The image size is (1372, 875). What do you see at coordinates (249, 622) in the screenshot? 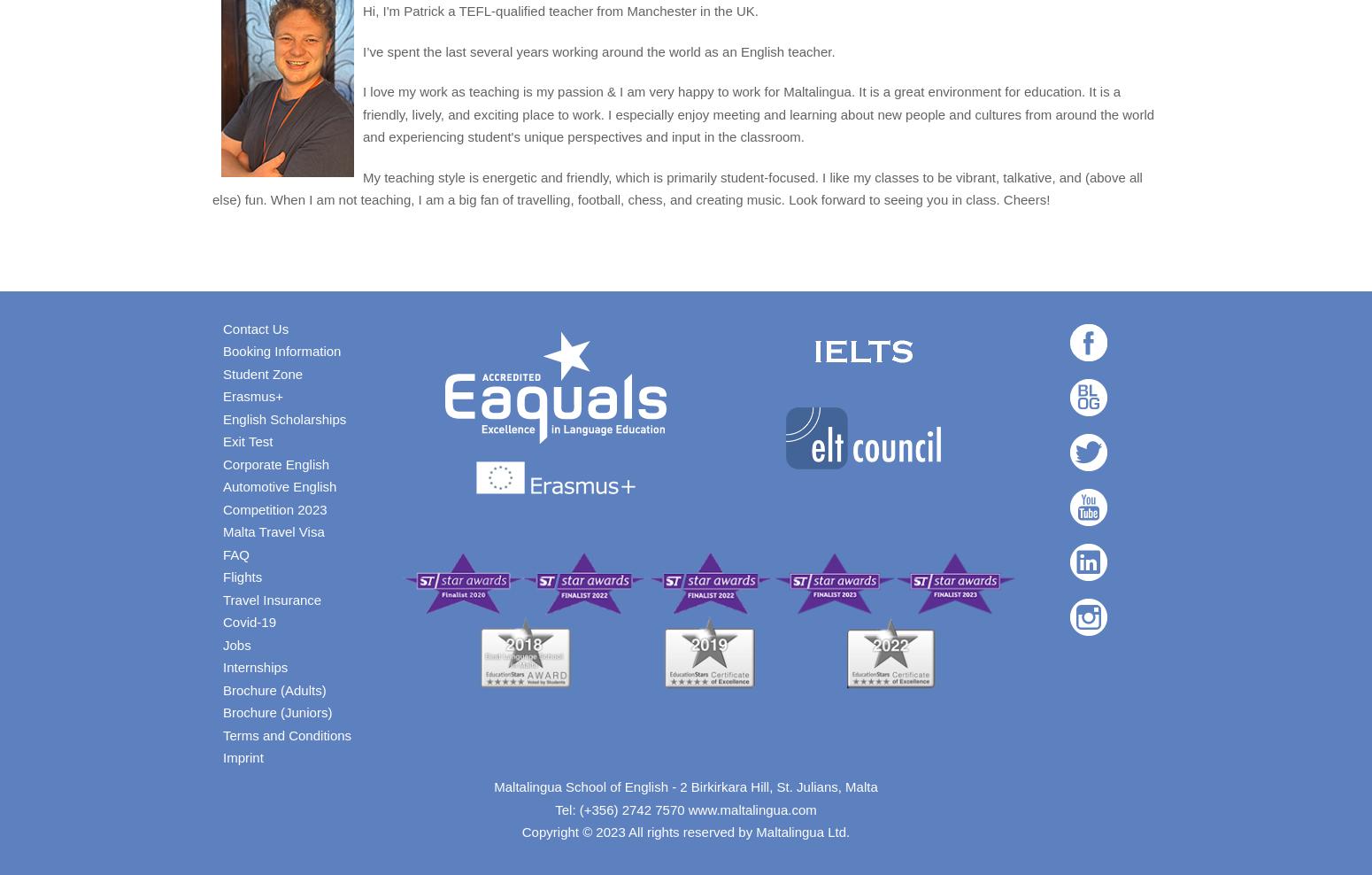
I see `'Covid-19'` at bounding box center [249, 622].